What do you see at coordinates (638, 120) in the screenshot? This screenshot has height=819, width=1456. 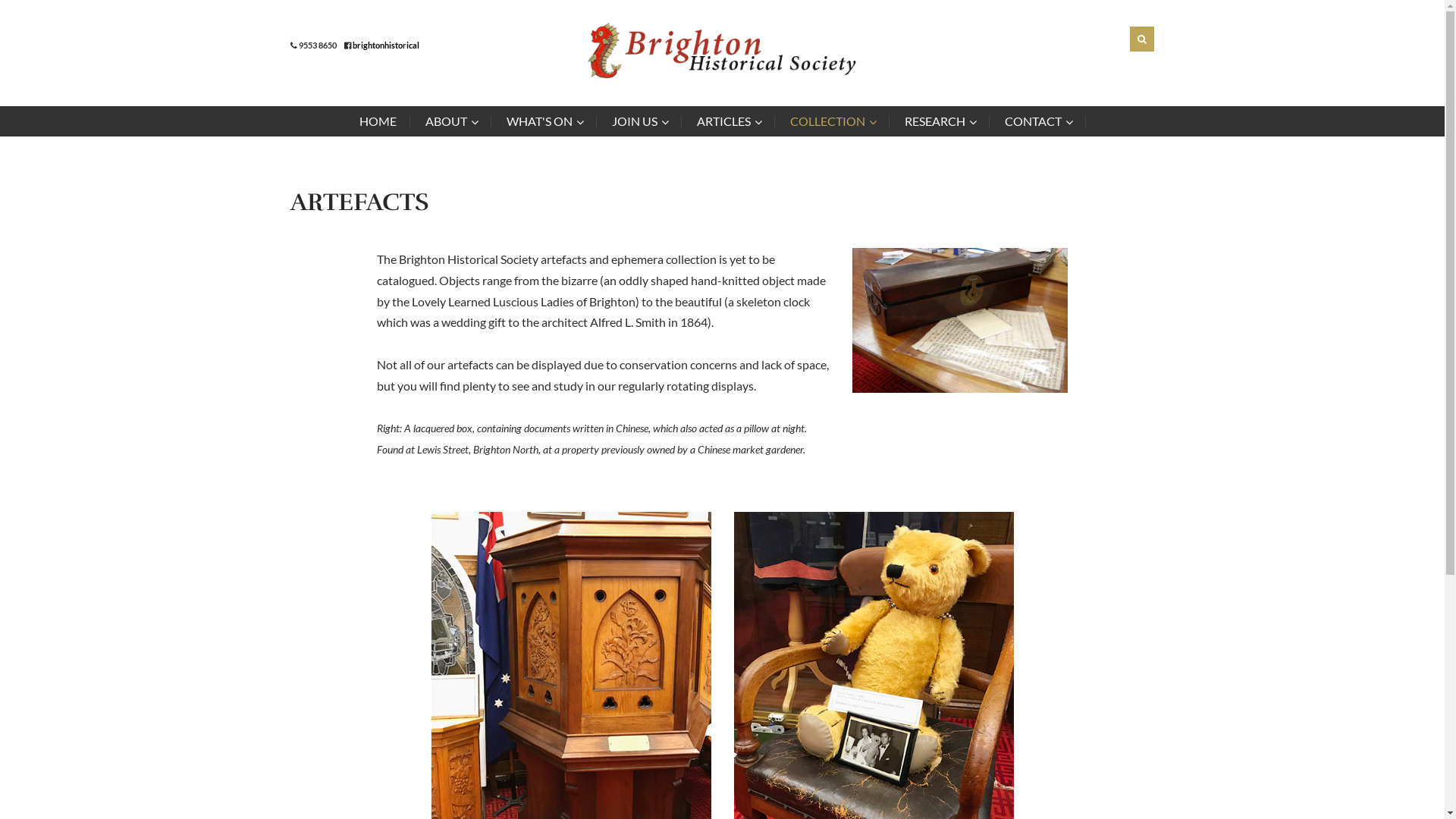 I see `'JOIN US'` at bounding box center [638, 120].